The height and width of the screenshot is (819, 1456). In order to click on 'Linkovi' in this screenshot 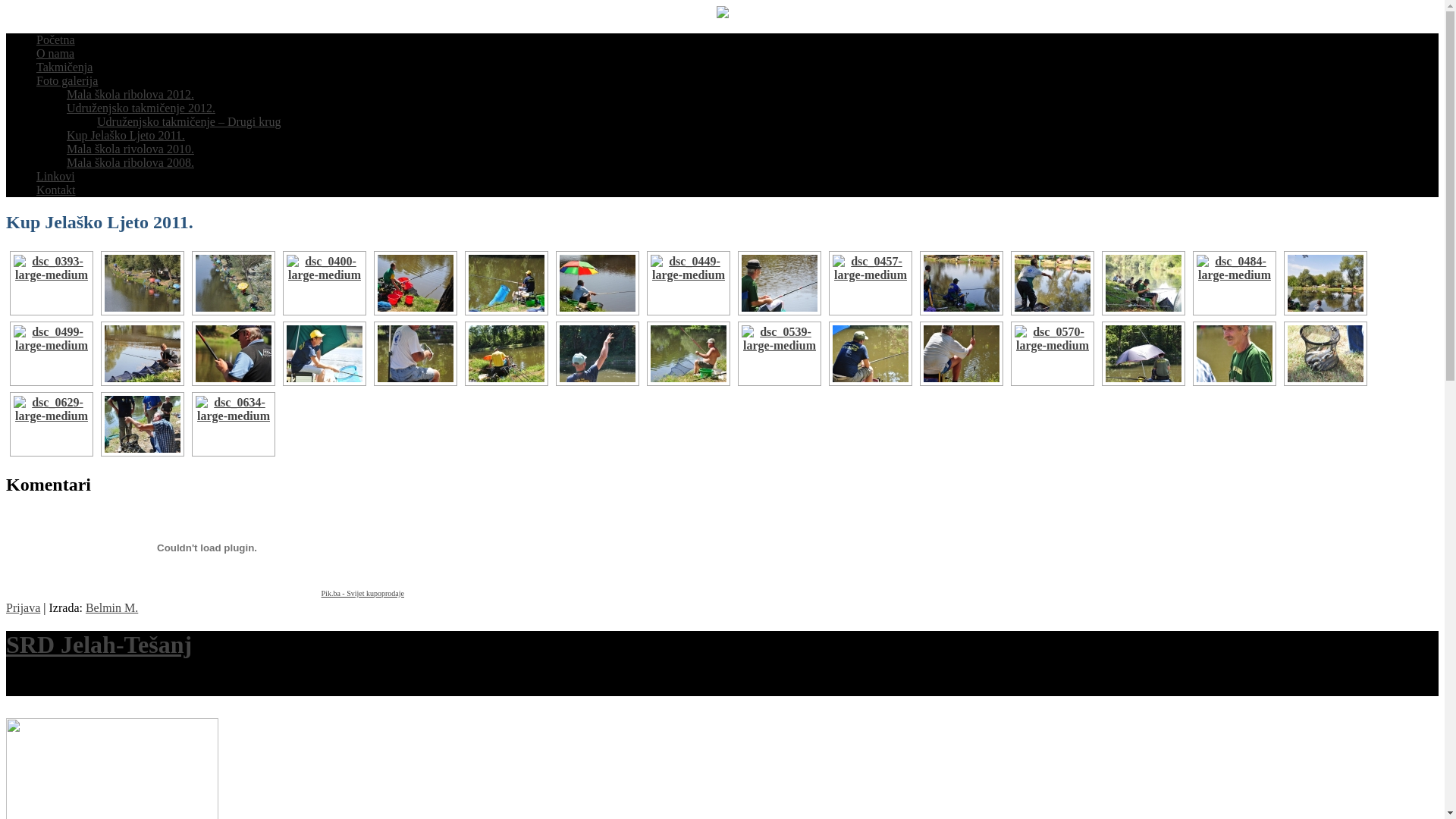, I will do `click(55, 175)`.